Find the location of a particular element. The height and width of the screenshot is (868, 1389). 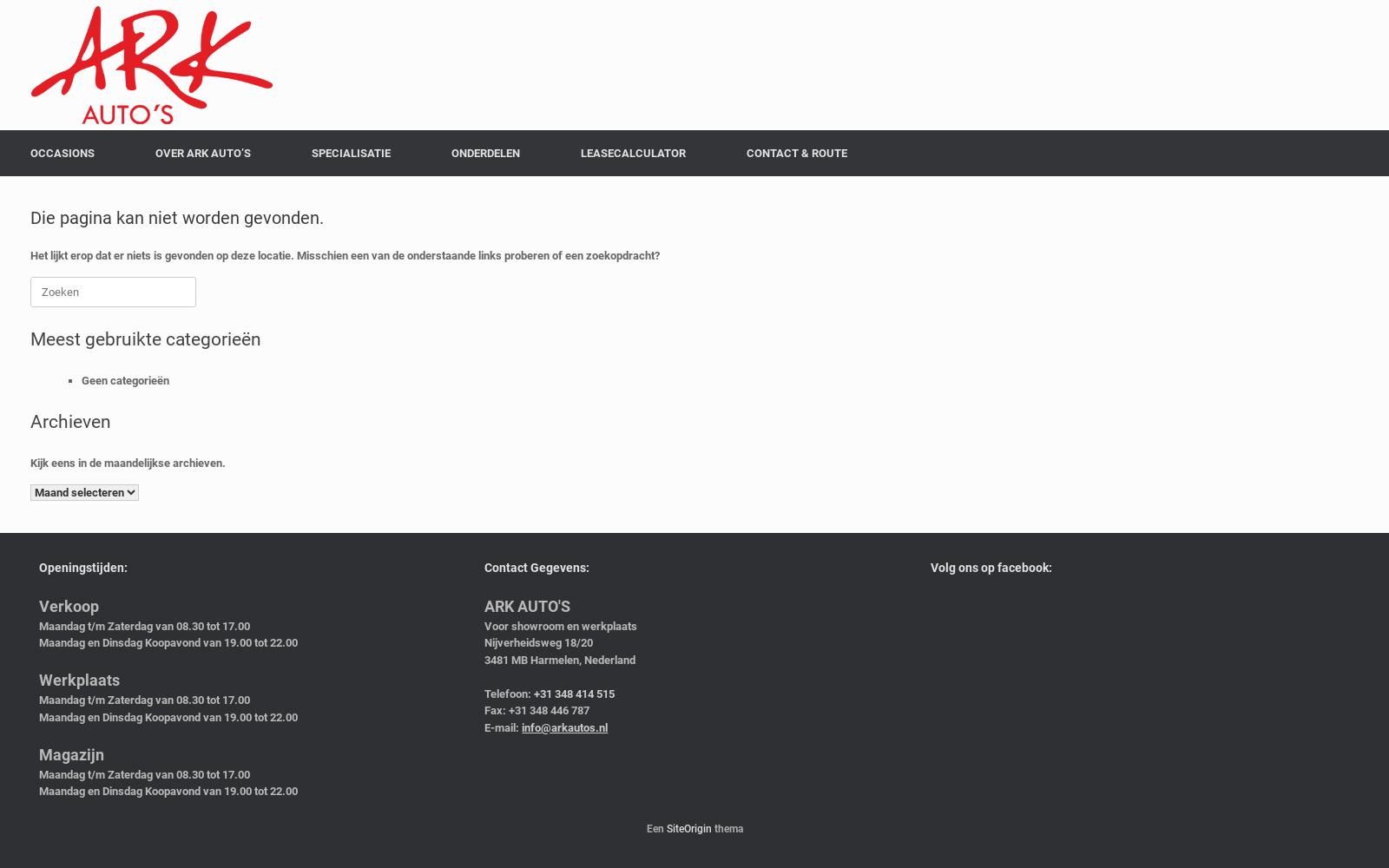

'Meest gebruikte categorieën' is located at coordinates (30, 339).